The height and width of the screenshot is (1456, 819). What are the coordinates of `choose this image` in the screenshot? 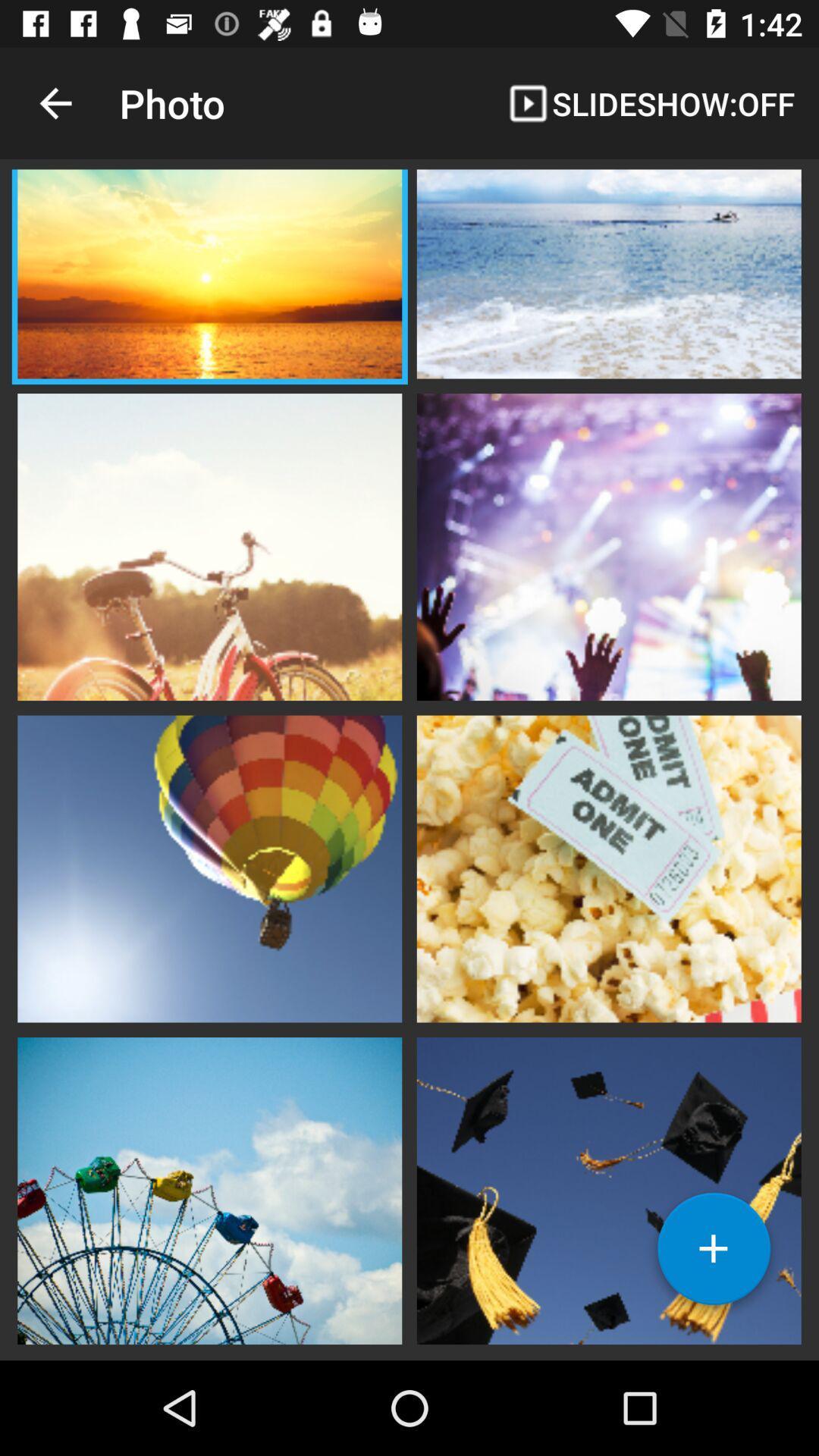 It's located at (608, 1188).